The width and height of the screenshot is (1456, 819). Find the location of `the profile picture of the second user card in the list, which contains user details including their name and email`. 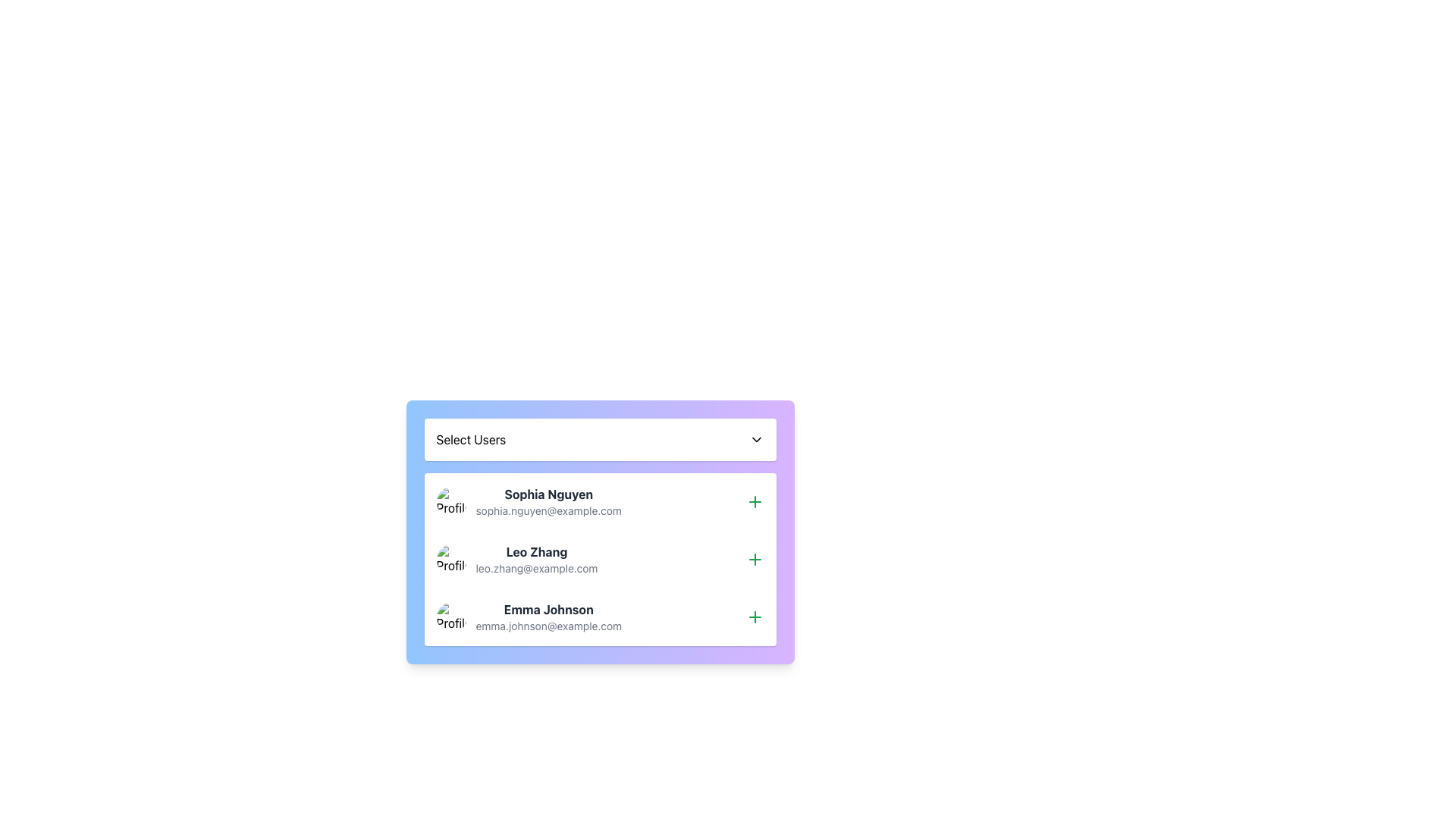

the profile picture of the second user card in the list, which contains user details including their name and email is located at coordinates (599, 559).